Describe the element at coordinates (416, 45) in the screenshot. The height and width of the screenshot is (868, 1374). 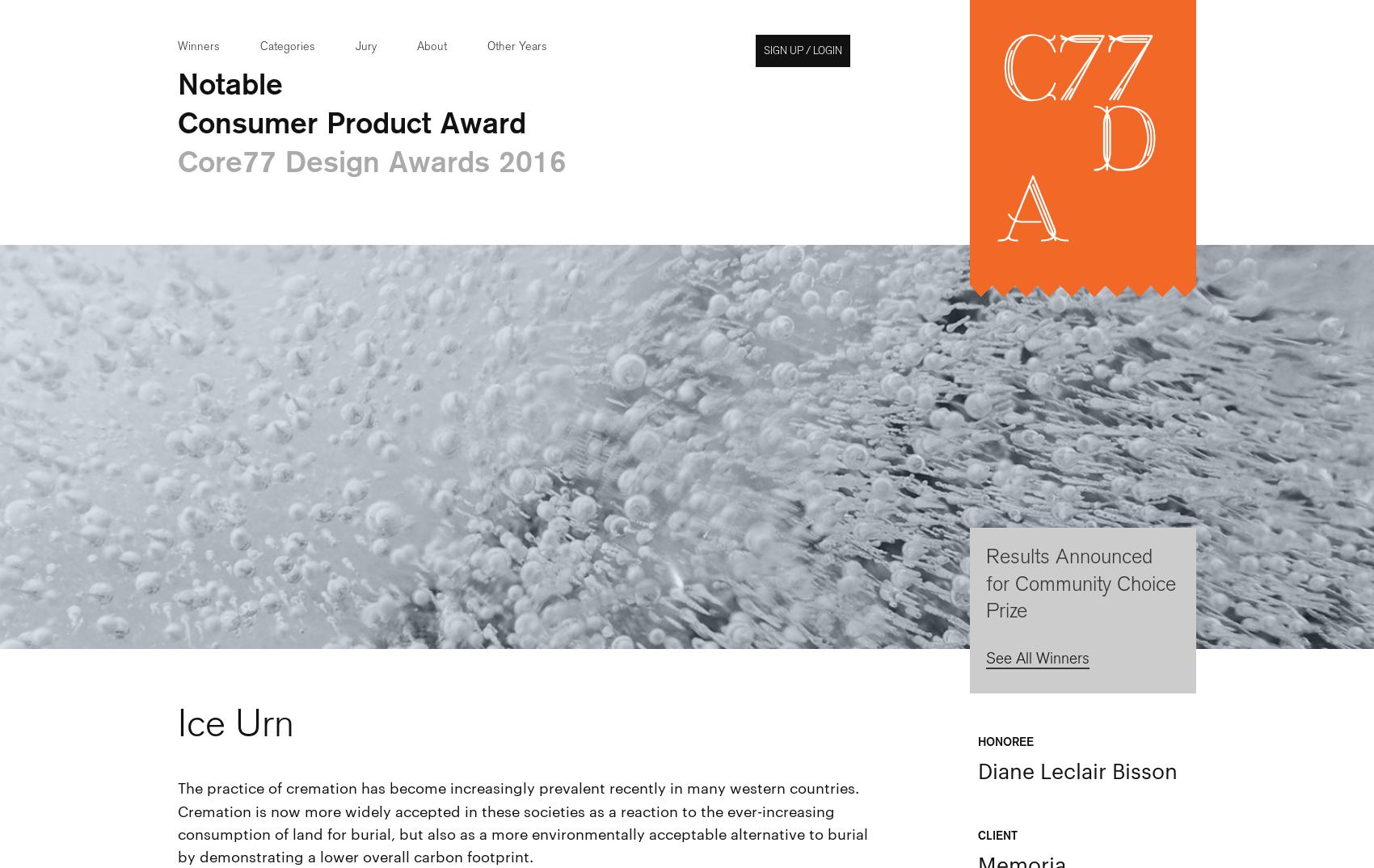
I see `'About'` at that location.